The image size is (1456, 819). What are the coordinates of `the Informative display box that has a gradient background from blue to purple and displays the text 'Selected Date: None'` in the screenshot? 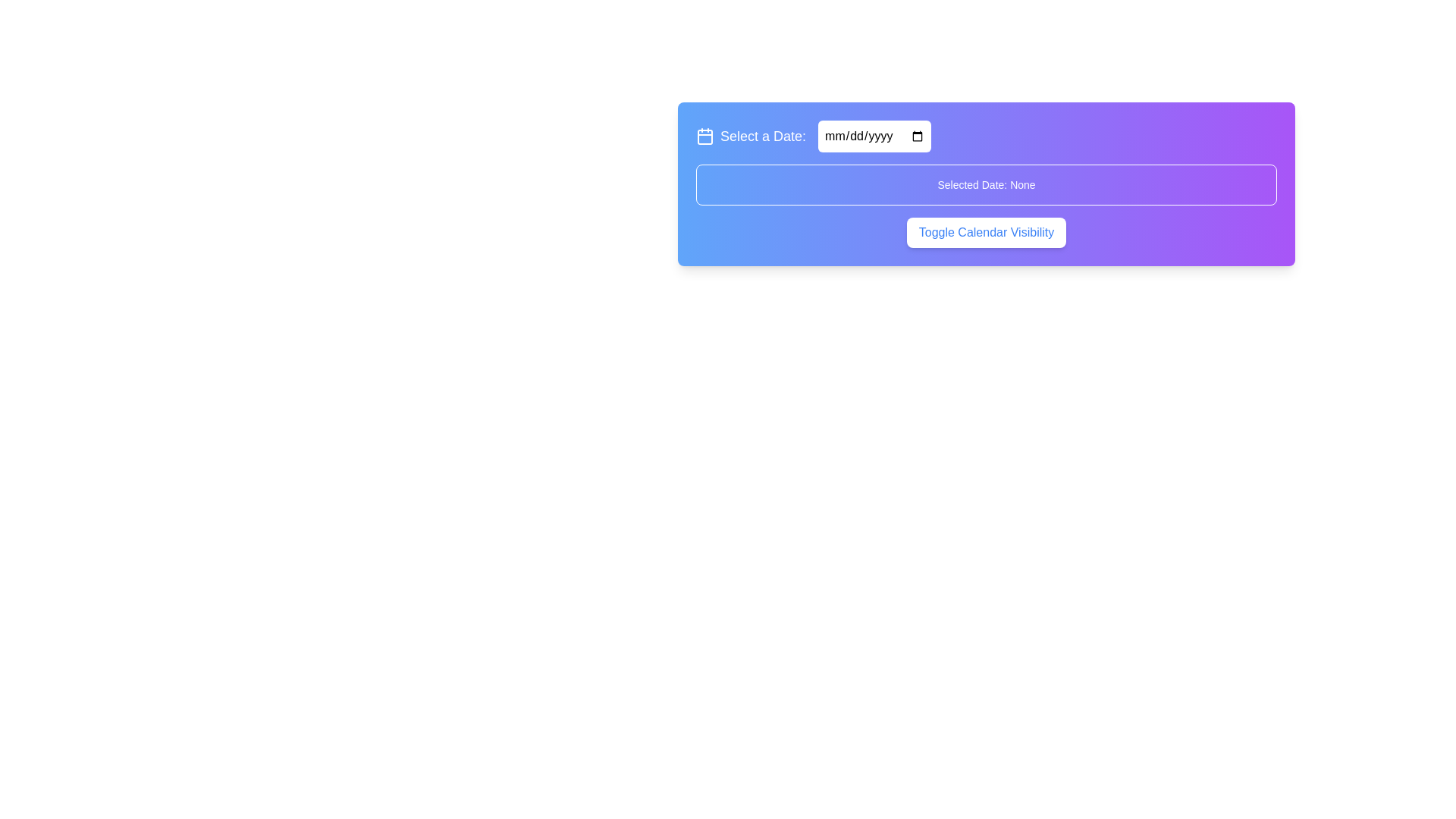 It's located at (986, 184).